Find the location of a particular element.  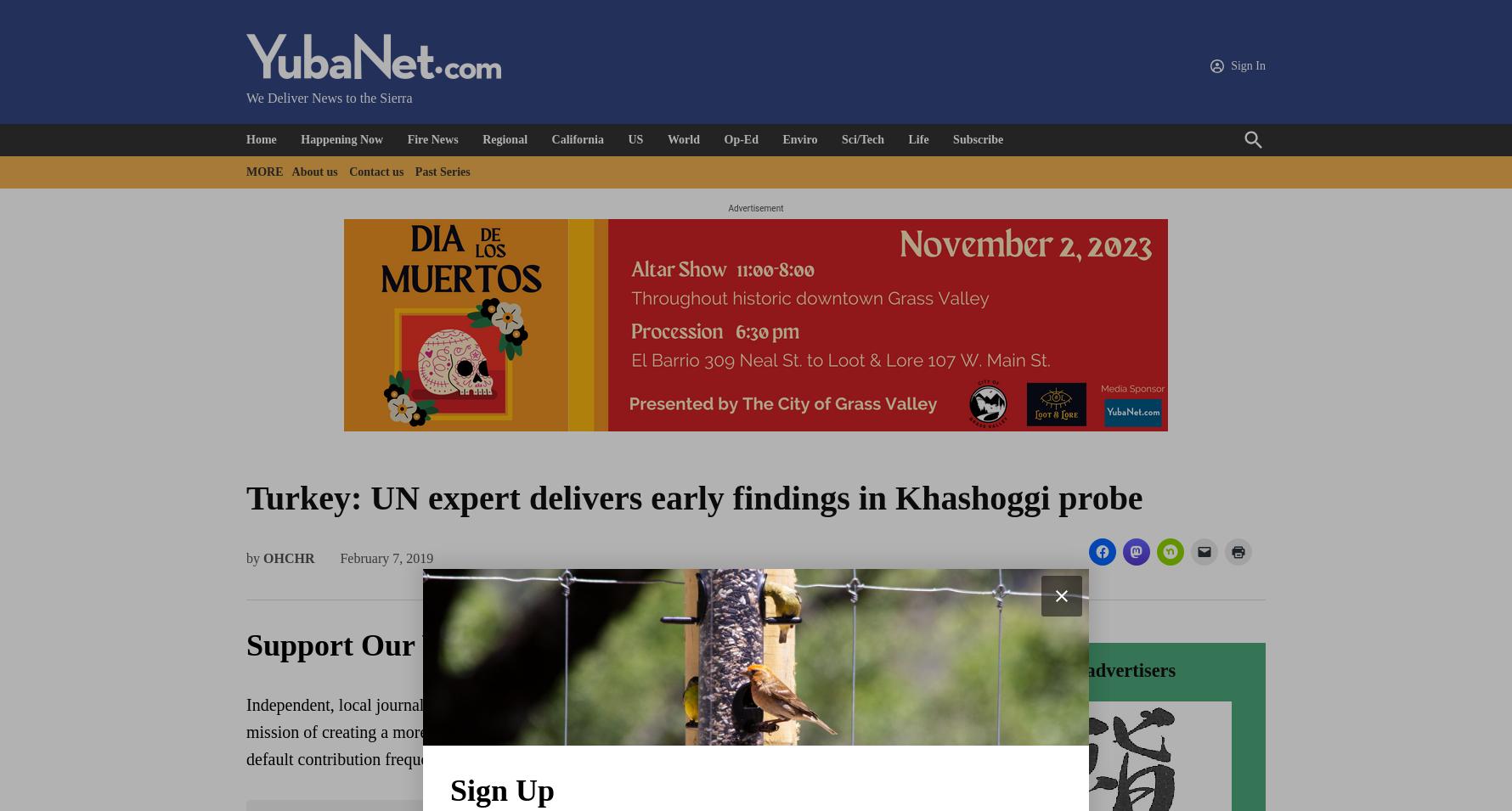

'February 7, 2019' is located at coordinates (386, 557).